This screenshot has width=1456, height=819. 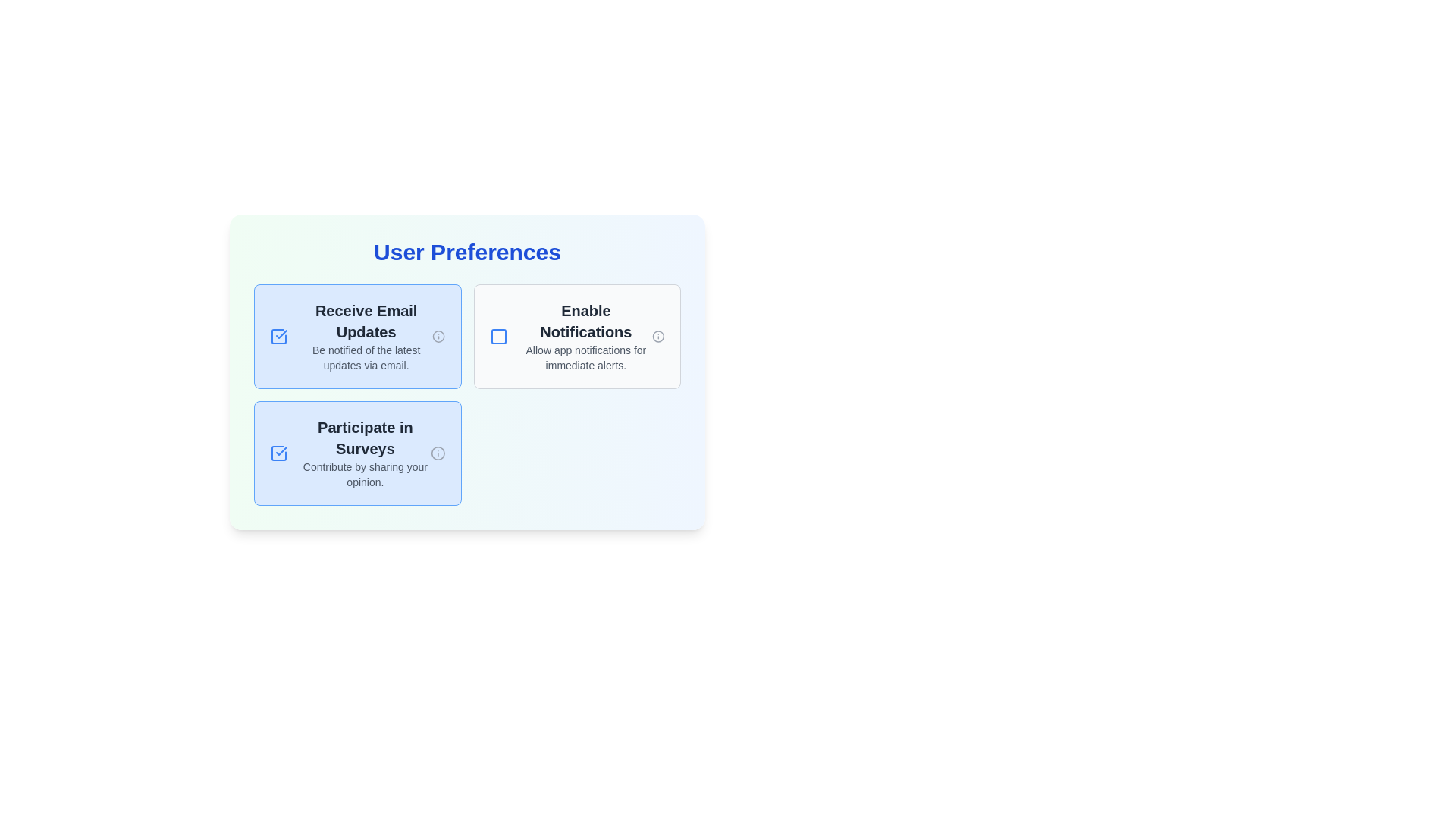 What do you see at coordinates (356, 335) in the screenshot?
I see `the checkbox on the interactive card in the 'User Preferences' section` at bounding box center [356, 335].